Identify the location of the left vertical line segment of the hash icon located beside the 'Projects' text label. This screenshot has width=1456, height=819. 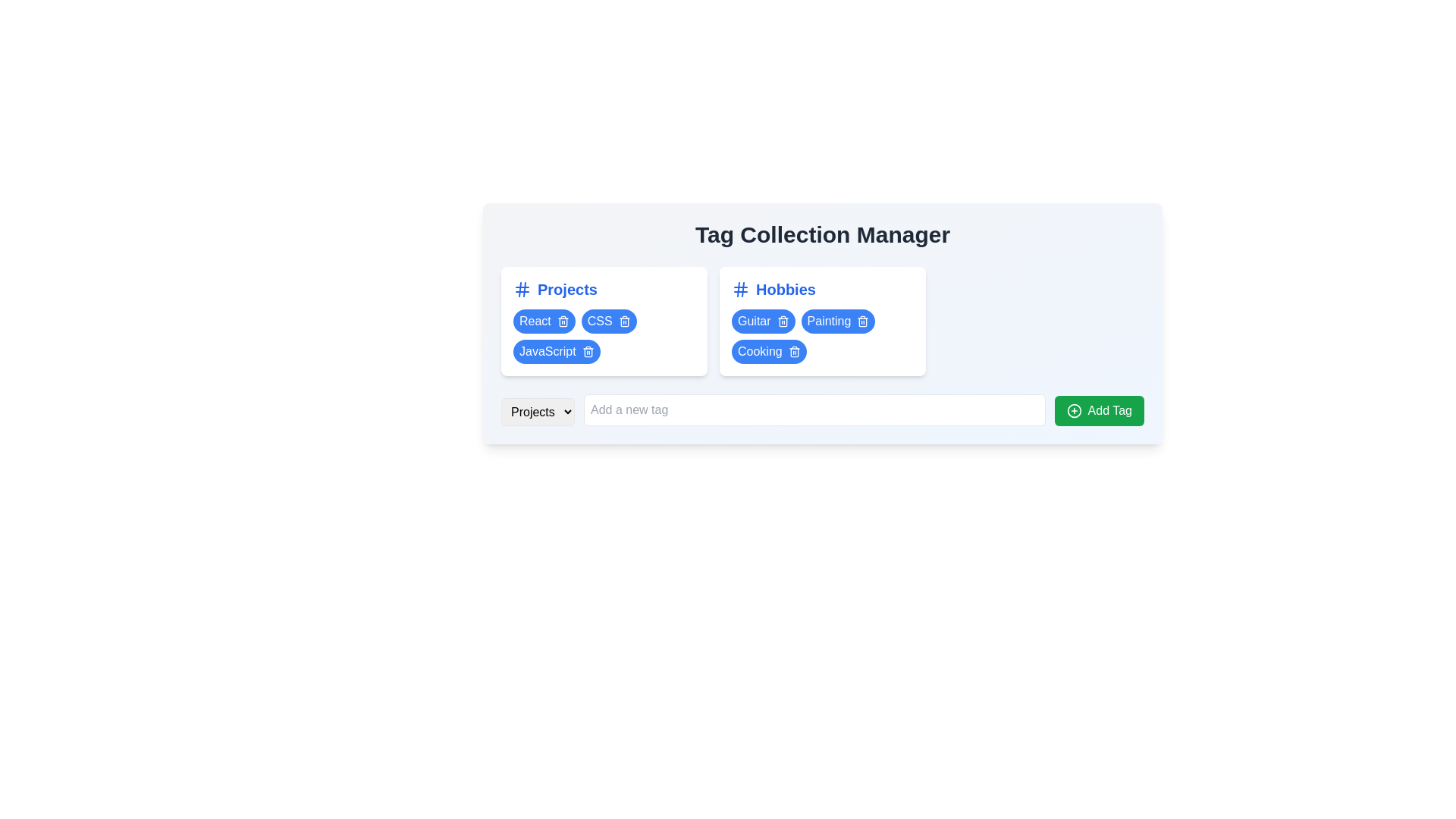
(520, 289).